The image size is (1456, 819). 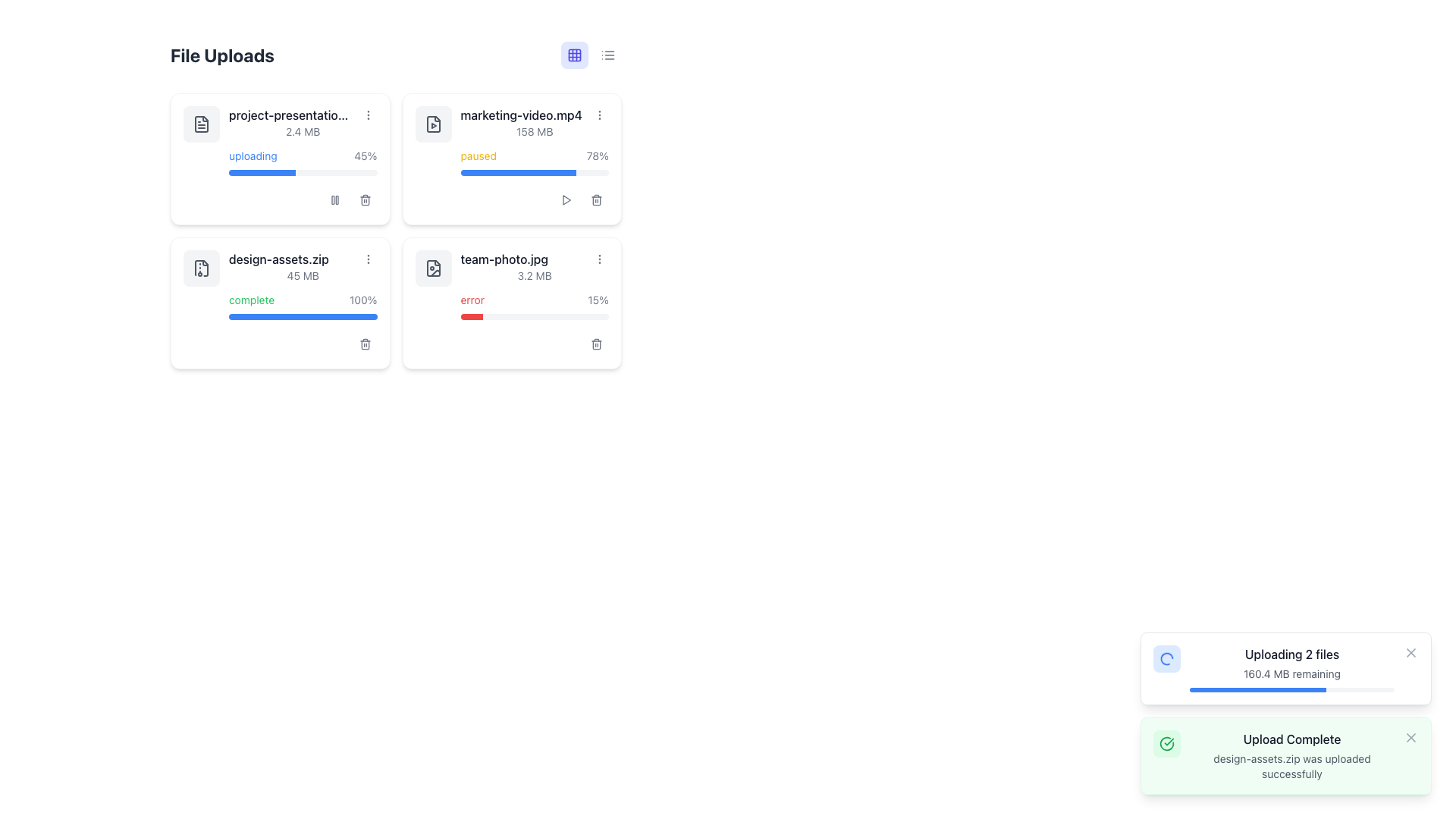 What do you see at coordinates (535, 171) in the screenshot?
I see `the progress bar, which is a horizontal bar styled with a rounded background and a blue progress indicator, located in the 'marketing-video.mp4' panel as the second row item in the top-right section of a grid layout` at bounding box center [535, 171].